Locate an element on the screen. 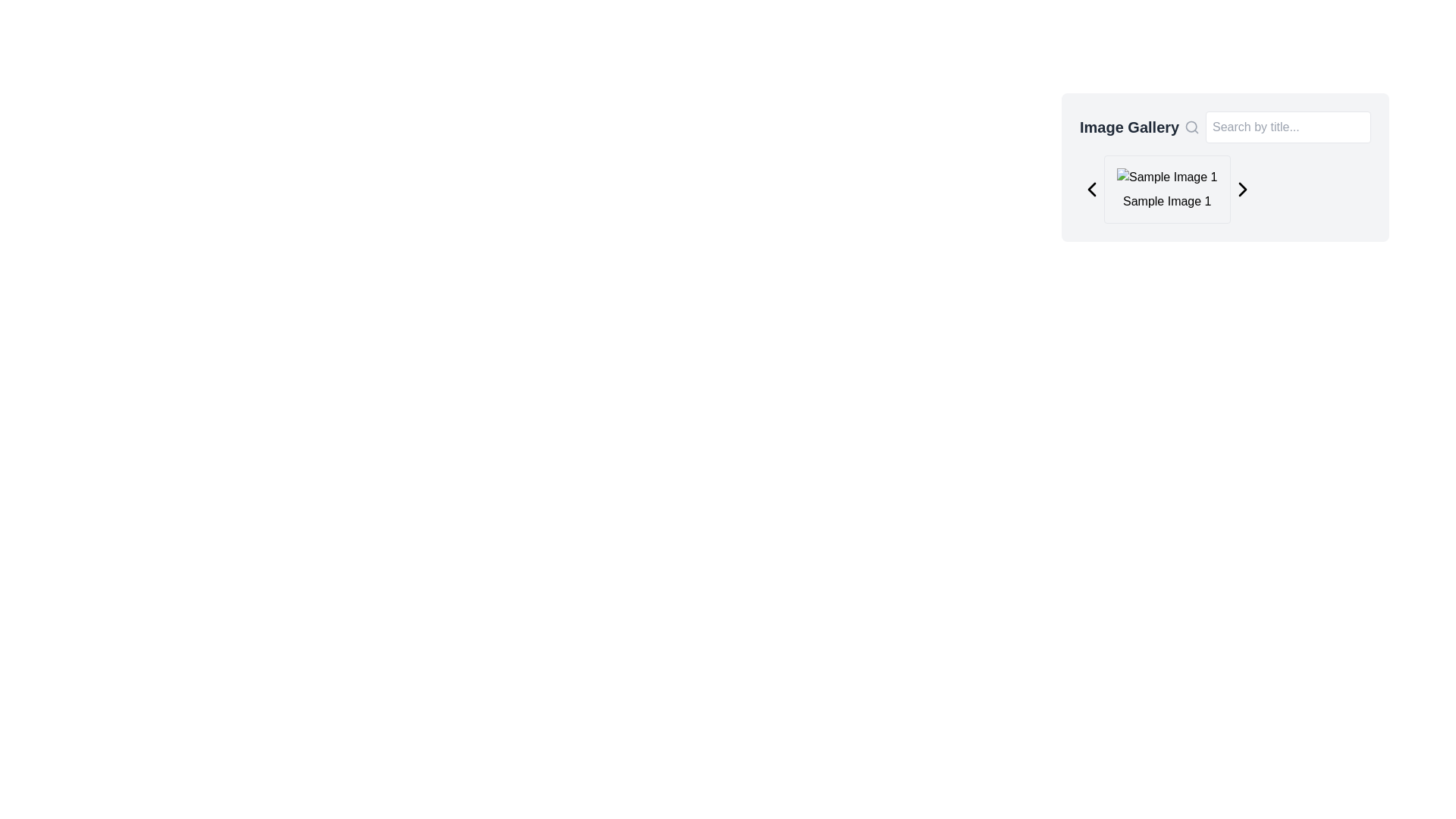 Image resolution: width=1456 pixels, height=819 pixels. the 'Next' button, which is a chevron icon located at the far right of the image gallery interface is located at coordinates (1242, 189).